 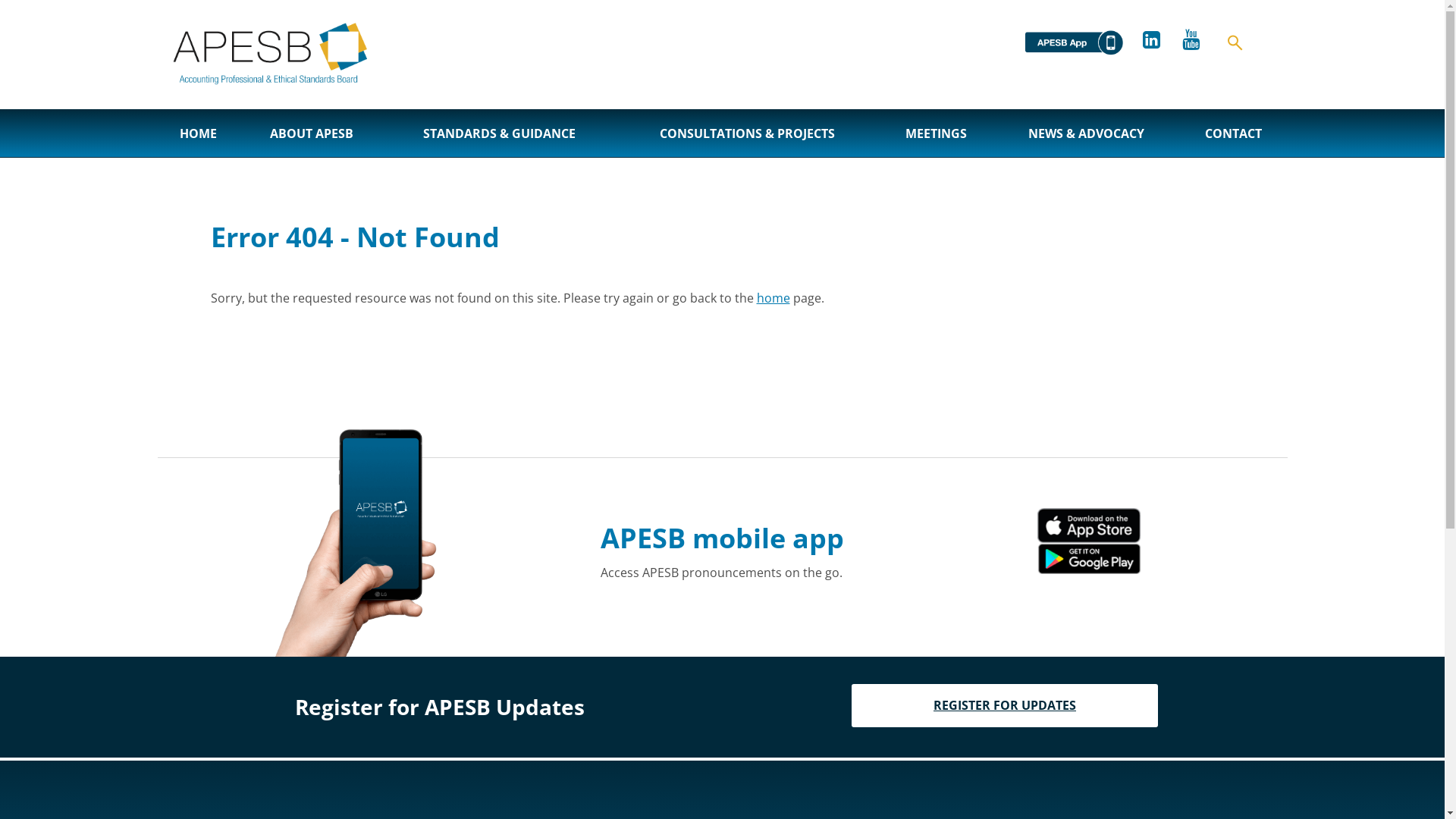 What do you see at coordinates (773, 298) in the screenshot?
I see `'home'` at bounding box center [773, 298].